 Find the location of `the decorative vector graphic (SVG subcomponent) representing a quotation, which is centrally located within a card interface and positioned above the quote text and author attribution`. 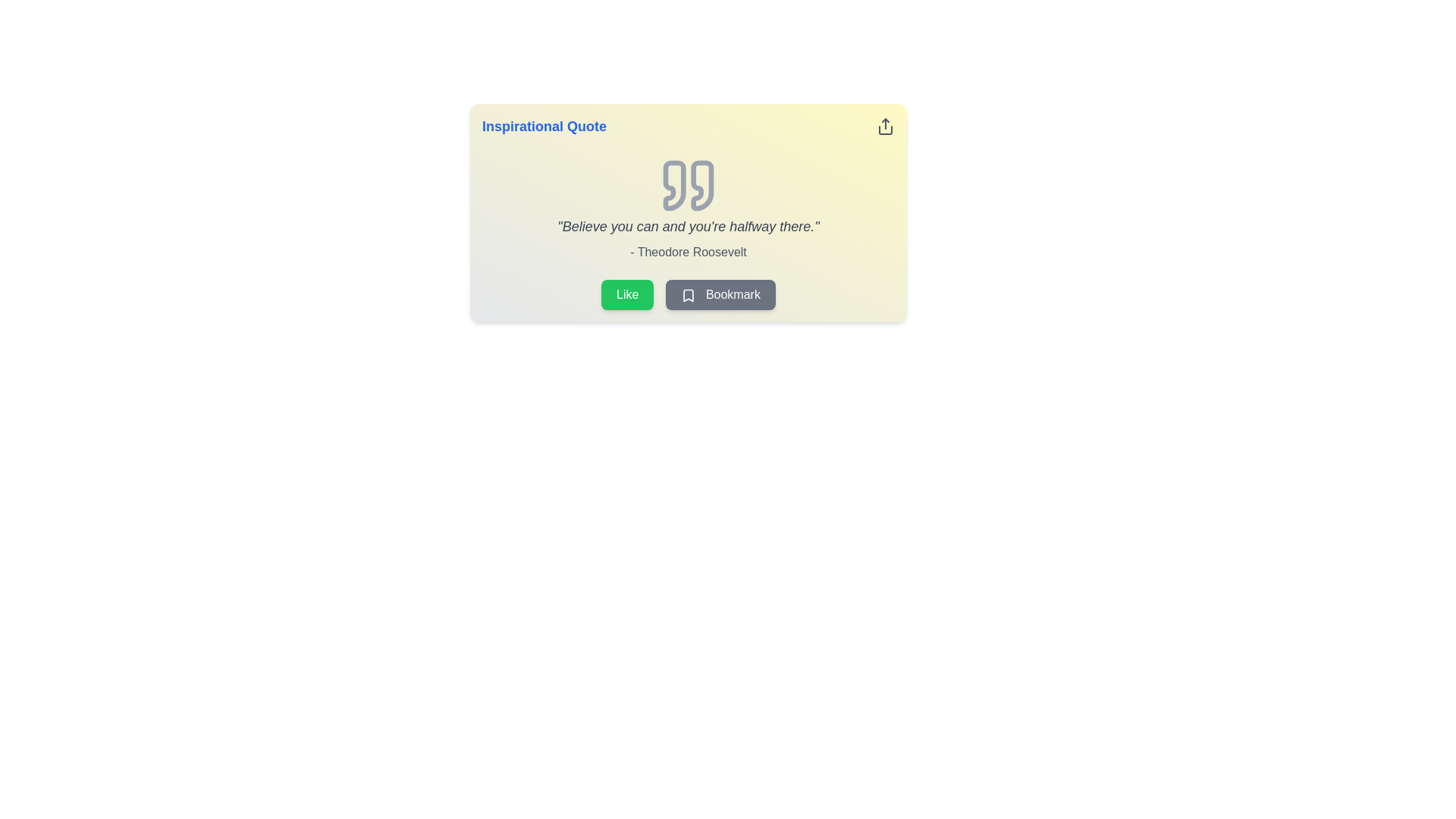

the decorative vector graphic (SVG subcomponent) representing a quotation, which is centrally located within a card interface and positioned above the quote text and author attribution is located at coordinates (701, 185).